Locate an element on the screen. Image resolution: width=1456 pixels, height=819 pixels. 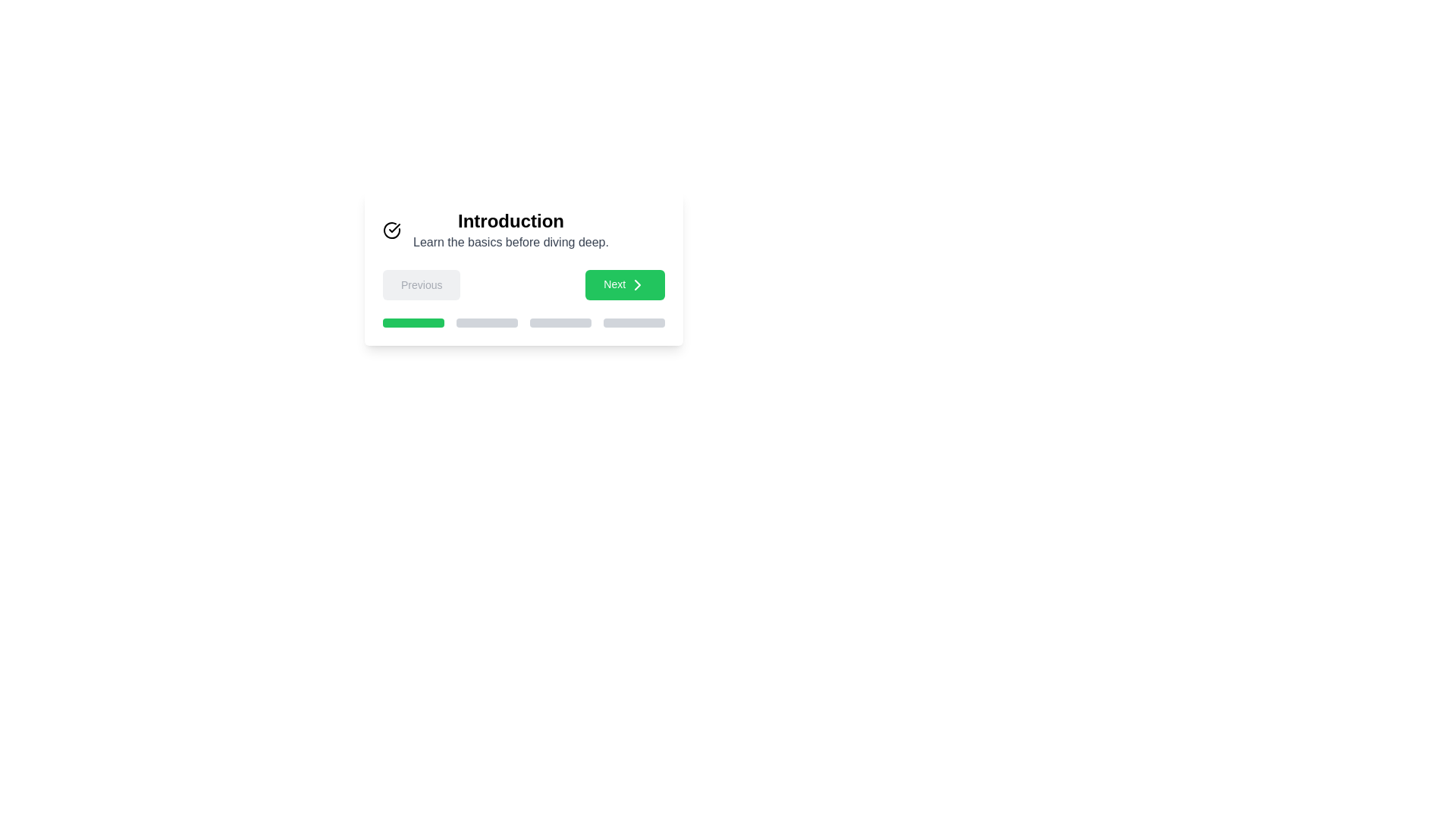
the 'Next' button to navigate to the next course is located at coordinates (625, 284).